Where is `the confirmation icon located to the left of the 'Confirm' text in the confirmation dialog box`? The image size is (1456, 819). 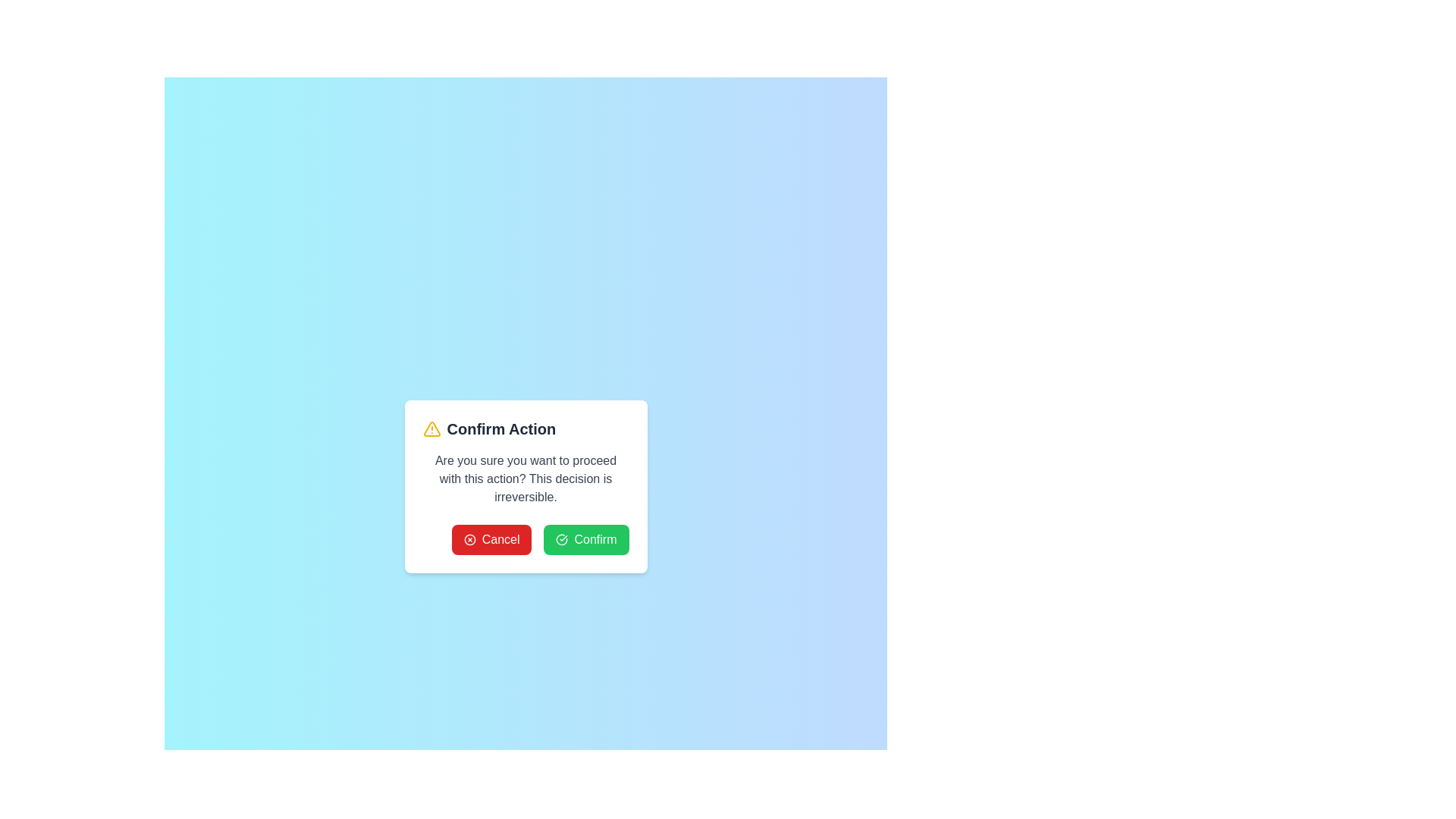 the confirmation icon located to the left of the 'Confirm' text in the confirmation dialog box is located at coordinates (561, 539).